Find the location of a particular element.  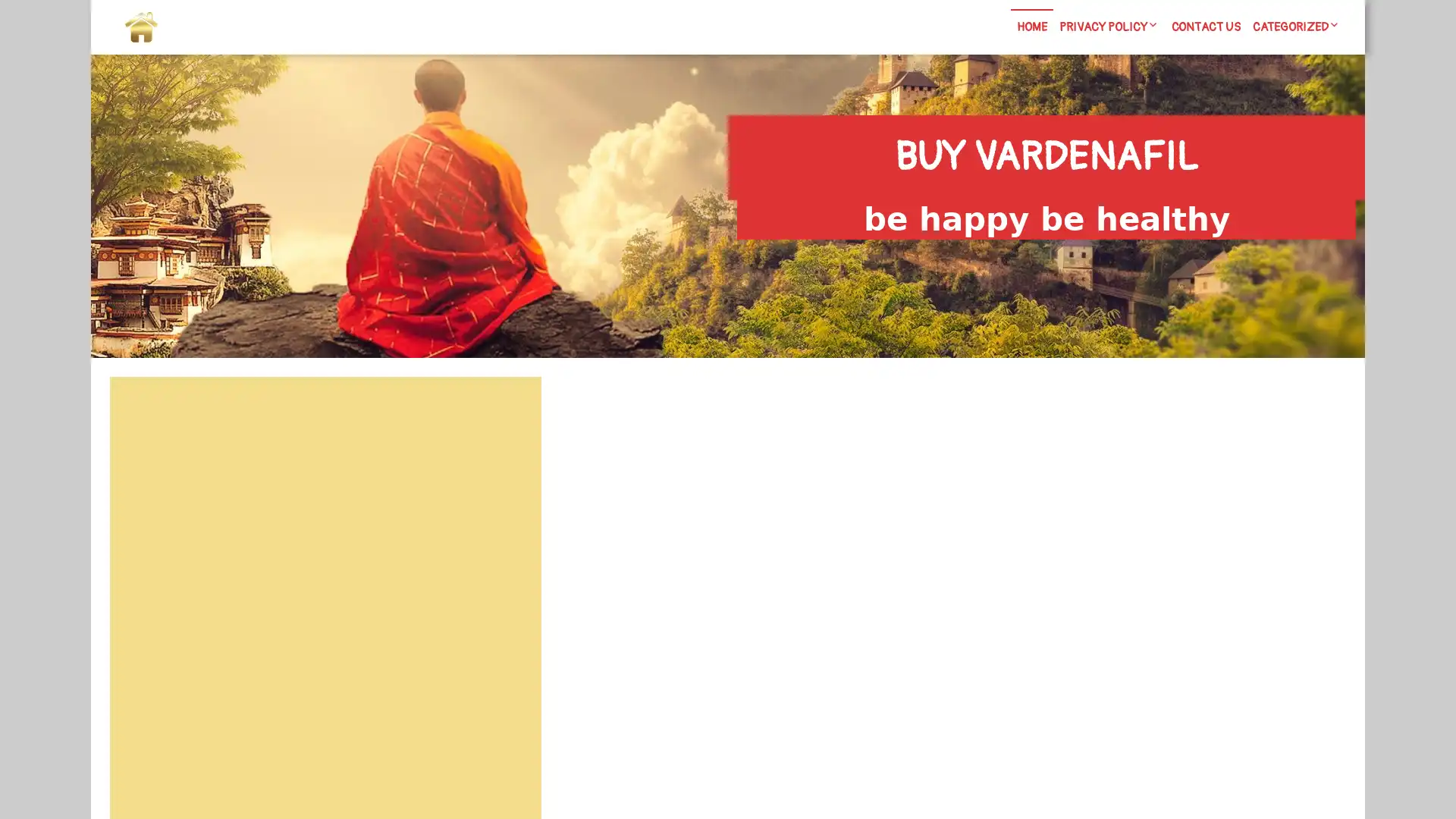

Search is located at coordinates (506, 413).